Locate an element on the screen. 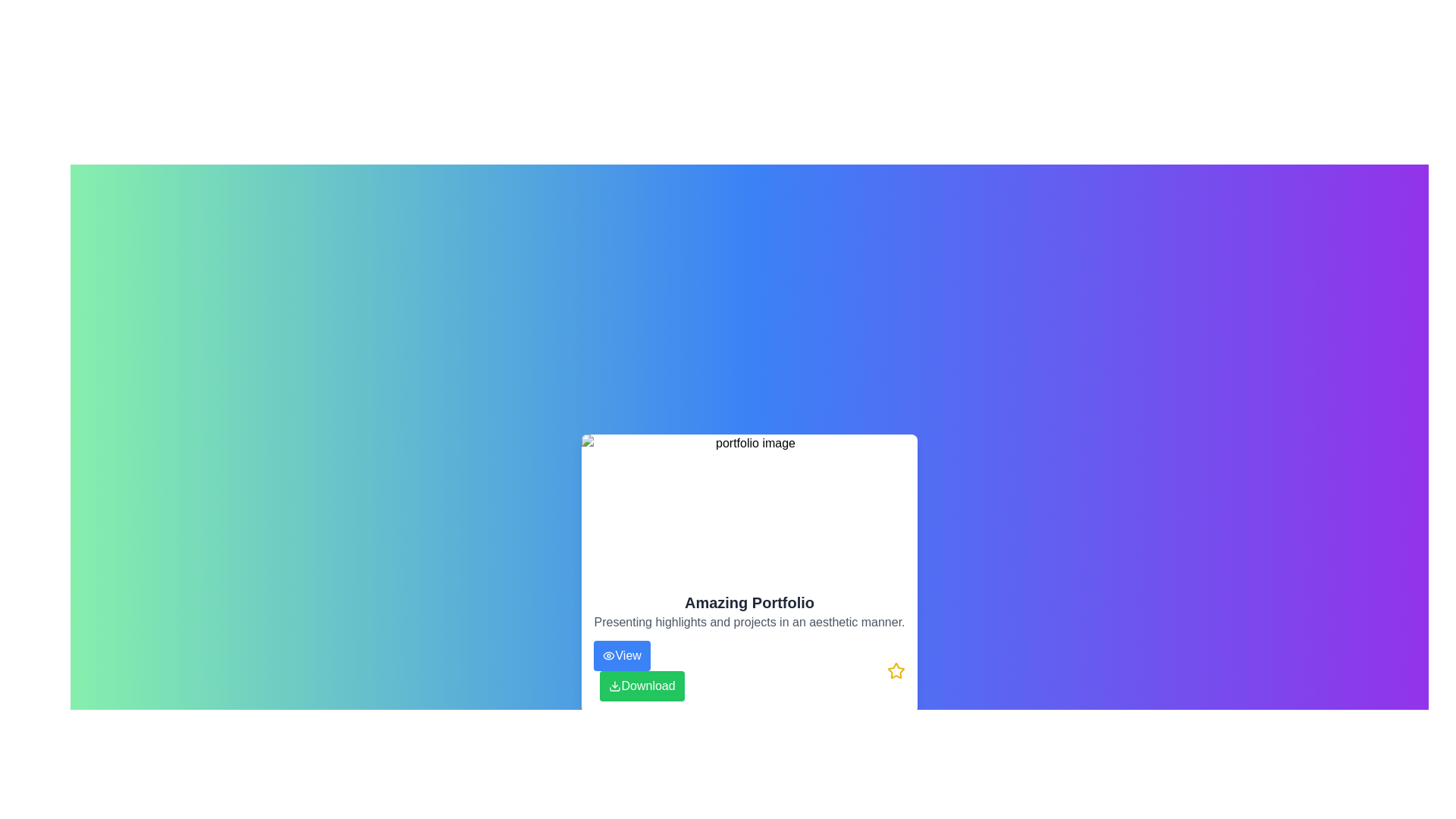  the green 'Download' button with white text and a download icon to initiate a download is located at coordinates (642, 686).